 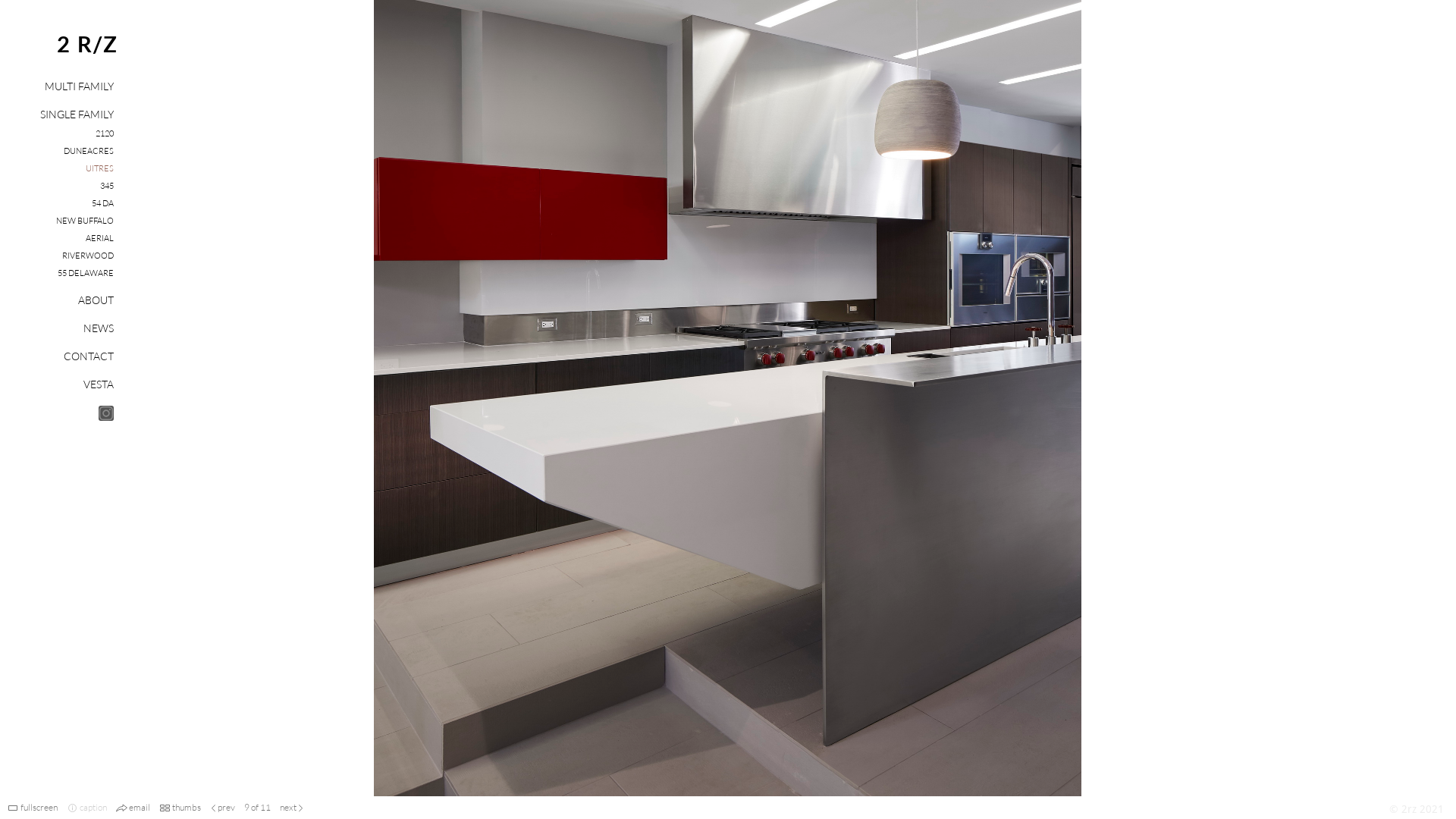 What do you see at coordinates (99, 237) in the screenshot?
I see `'AERIAL'` at bounding box center [99, 237].